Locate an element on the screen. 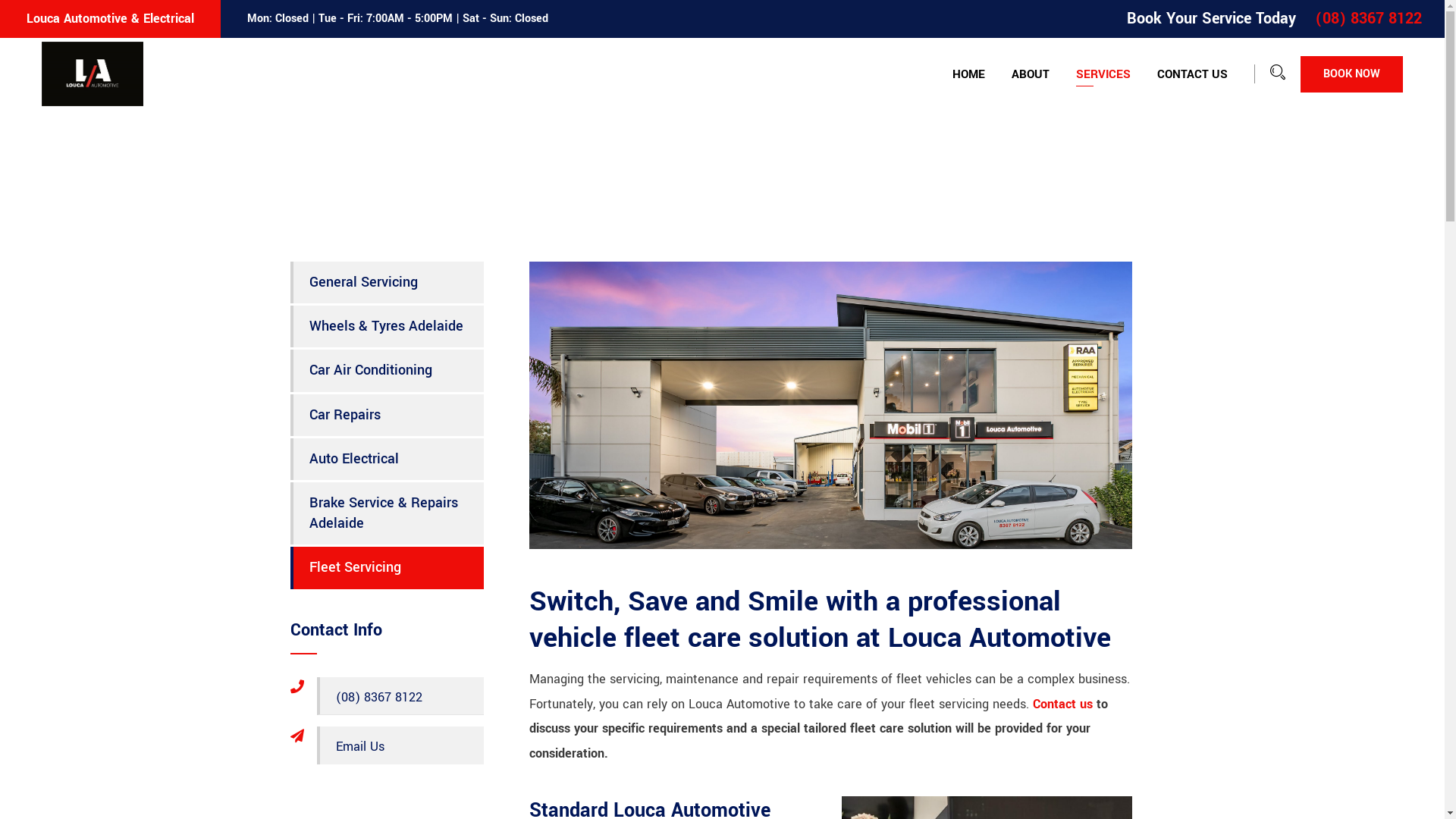  'Wheels & Tyres Adelaide' is located at coordinates (386, 325).